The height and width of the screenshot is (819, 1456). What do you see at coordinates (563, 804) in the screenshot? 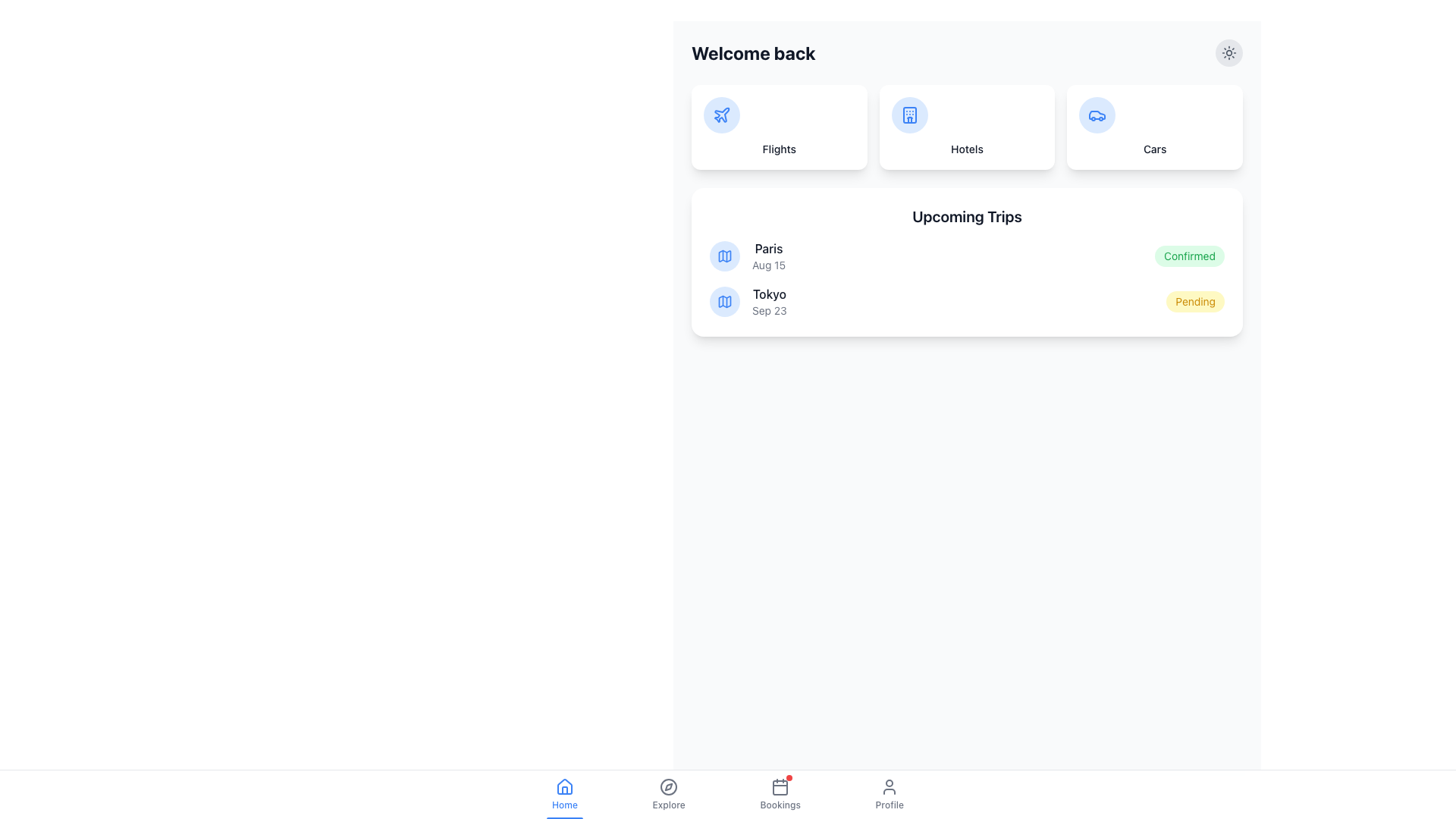
I see `the 'Home' text label, which is styled in blue and positioned as the leftmost item in the navigation bar beneath a house icon` at bounding box center [563, 804].